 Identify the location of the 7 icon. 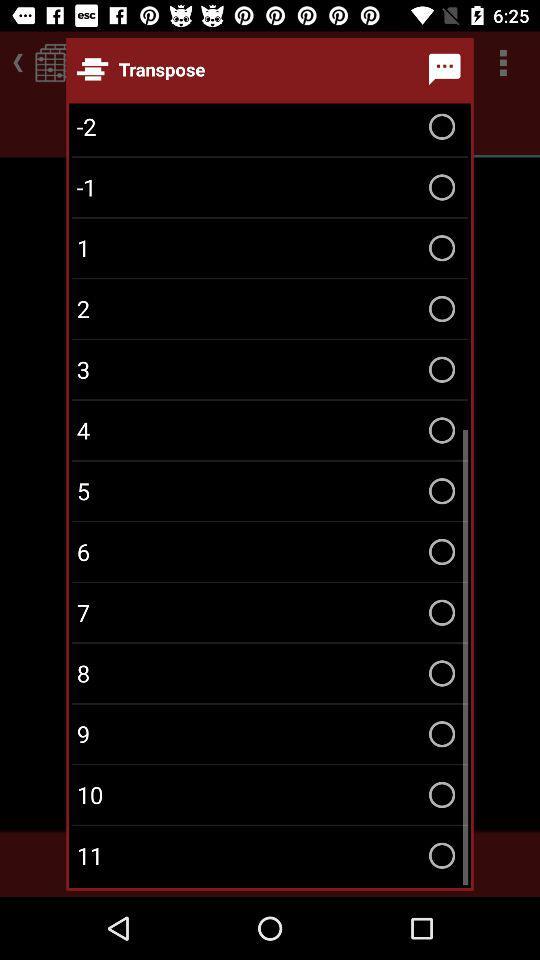
(270, 611).